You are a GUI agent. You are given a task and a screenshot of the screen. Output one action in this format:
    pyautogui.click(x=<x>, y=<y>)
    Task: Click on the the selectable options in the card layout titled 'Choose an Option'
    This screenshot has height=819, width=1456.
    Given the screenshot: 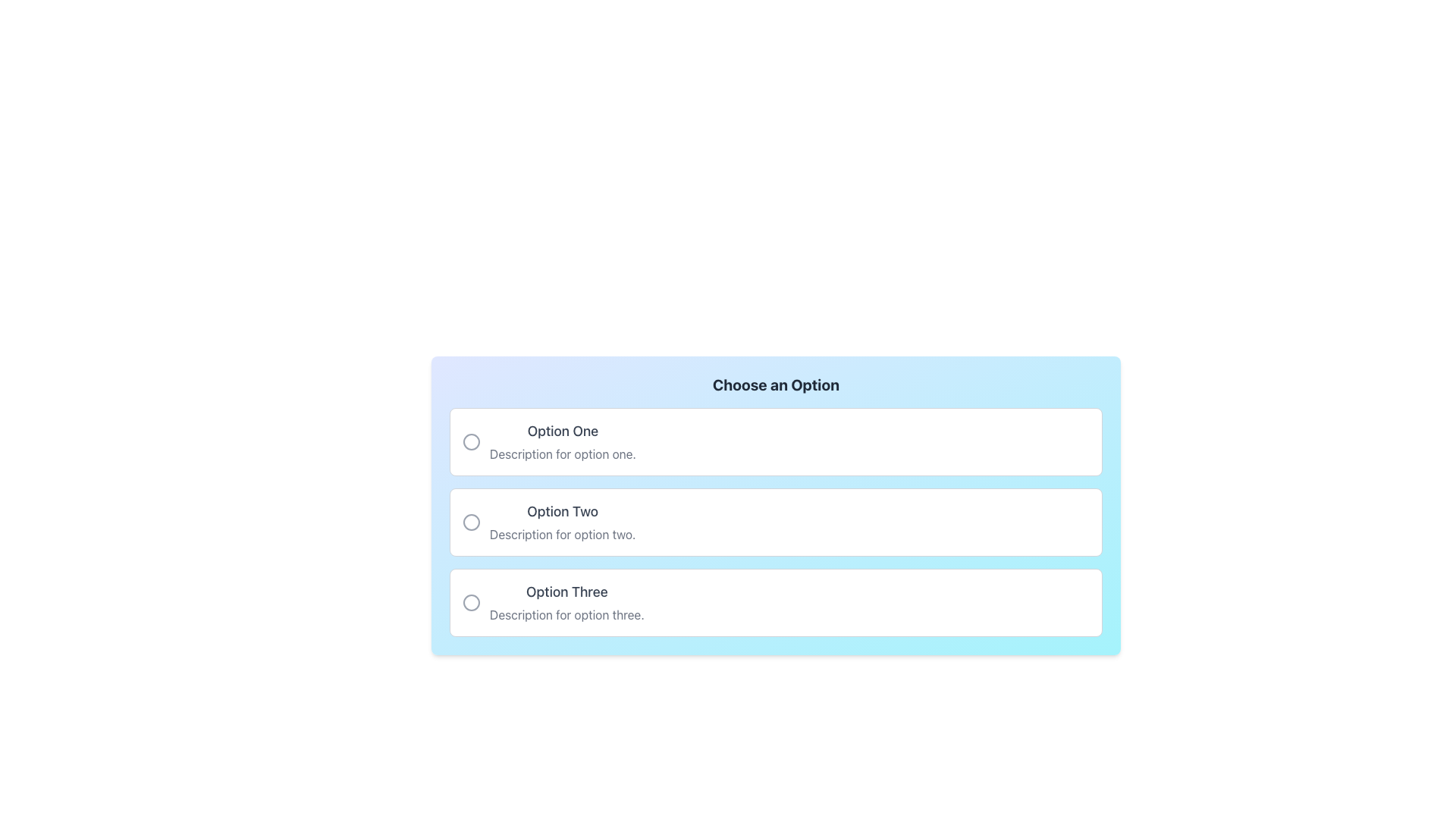 What is the action you would take?
    pyautogui.click(x=776, y=528)
    